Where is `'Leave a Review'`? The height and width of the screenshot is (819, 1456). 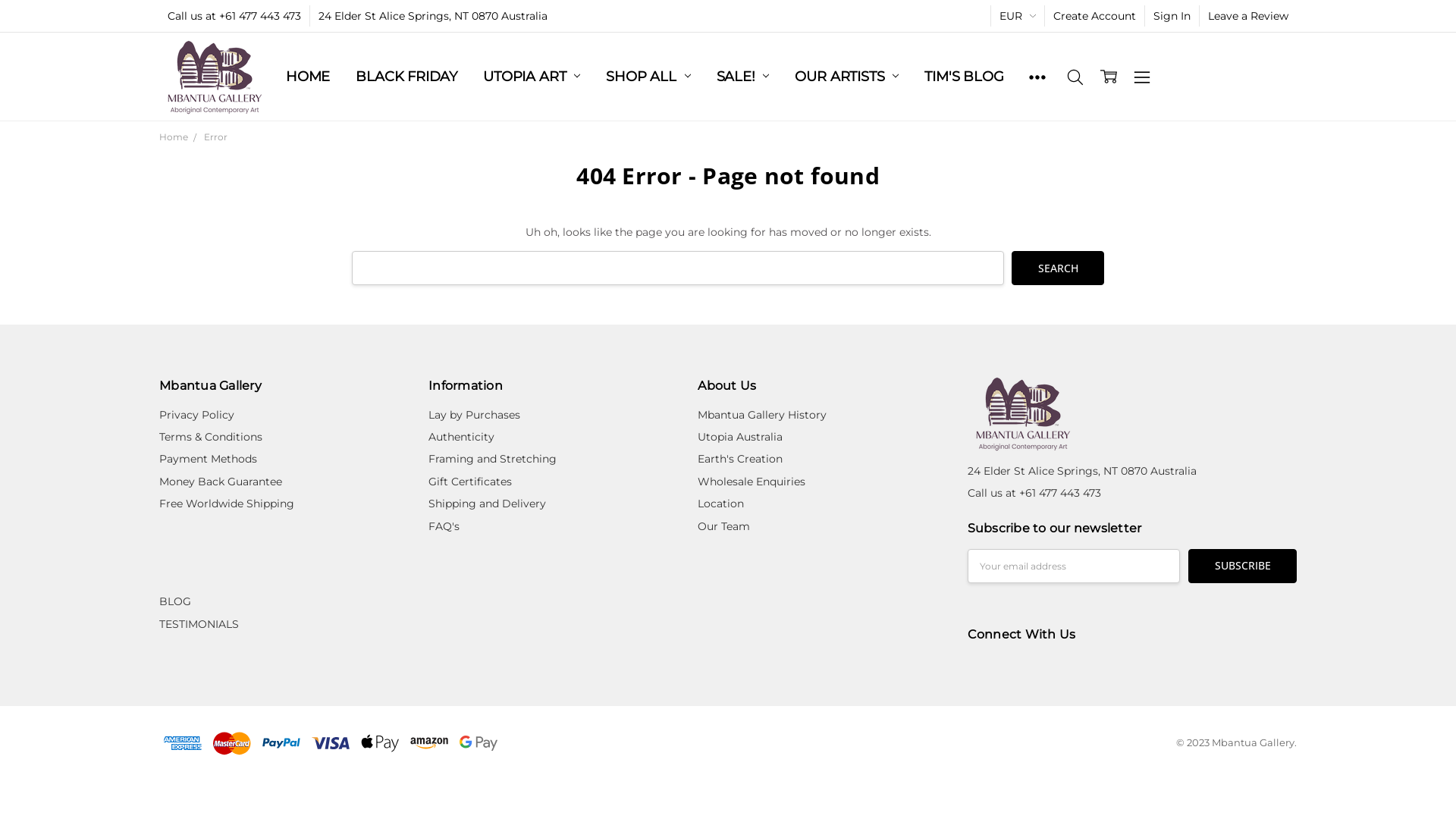 'Leave a Review' is located at coordinates (1248, 15).